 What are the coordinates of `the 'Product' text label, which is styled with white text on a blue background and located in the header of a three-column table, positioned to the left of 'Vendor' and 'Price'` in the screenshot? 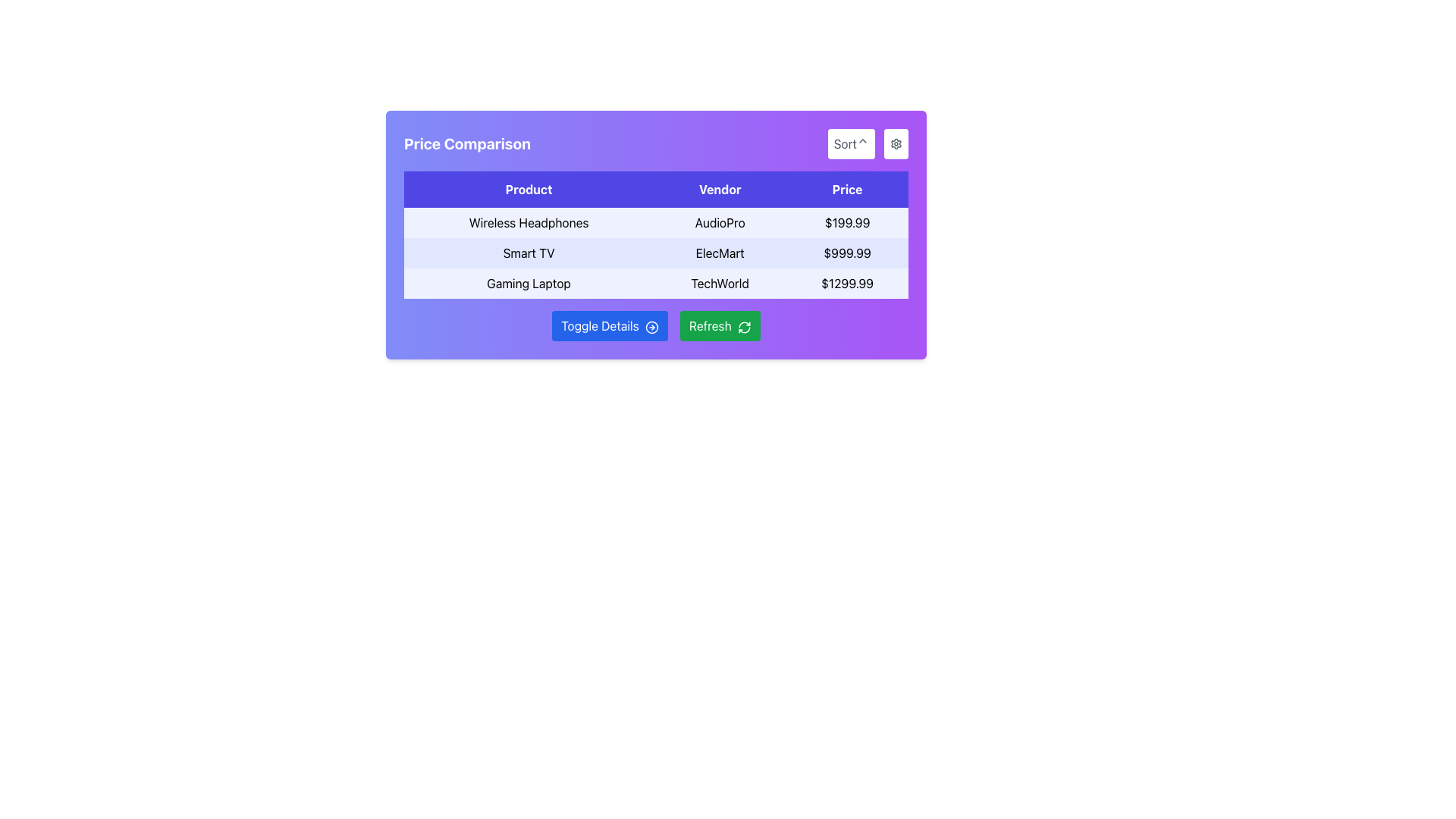 It's located at (529, 189).